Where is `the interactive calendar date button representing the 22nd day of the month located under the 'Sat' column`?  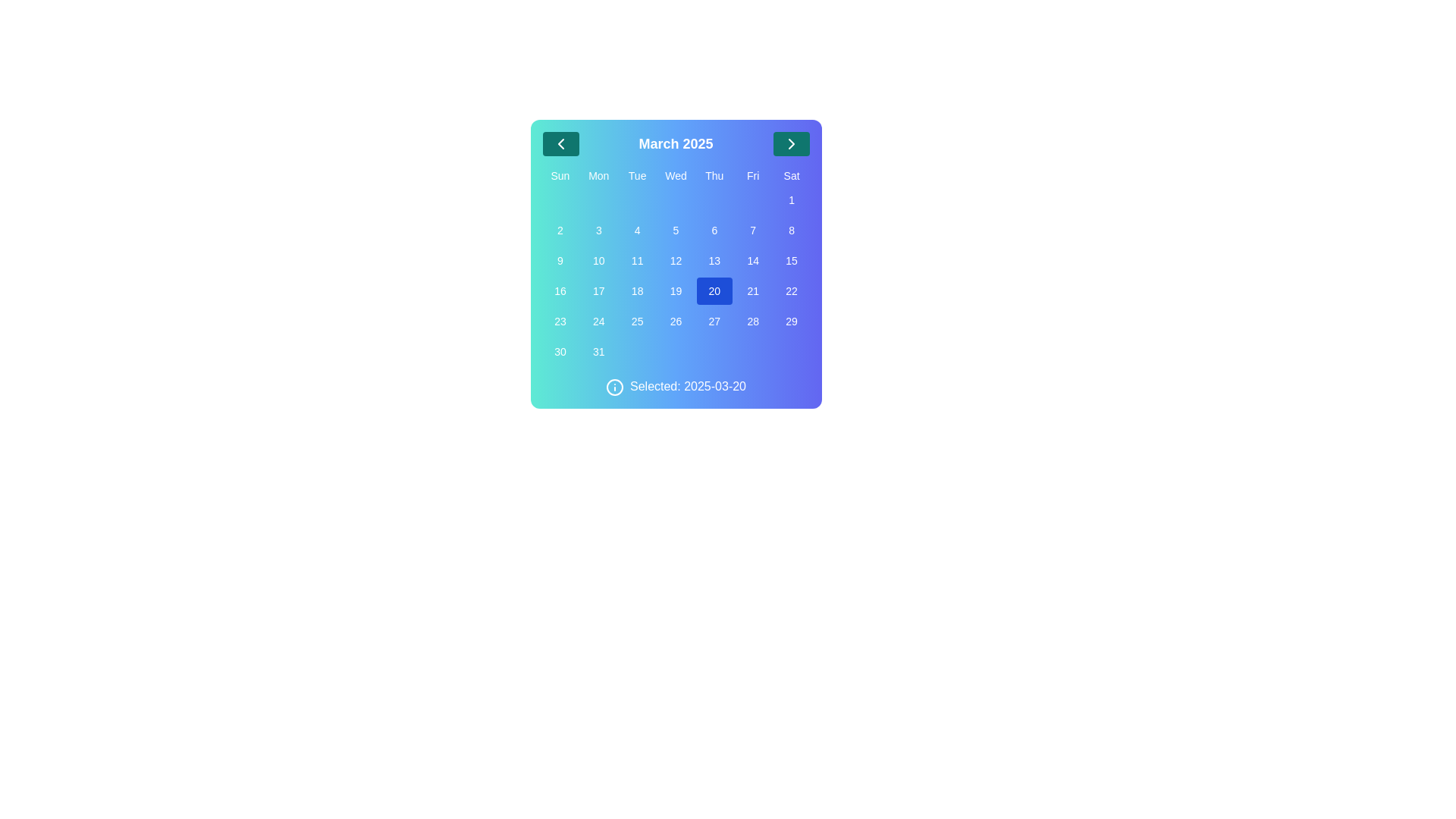
the interactive calendar date button representing the 22nd day of the month located under the 'Sat' column is located at coordinates (791, 291).